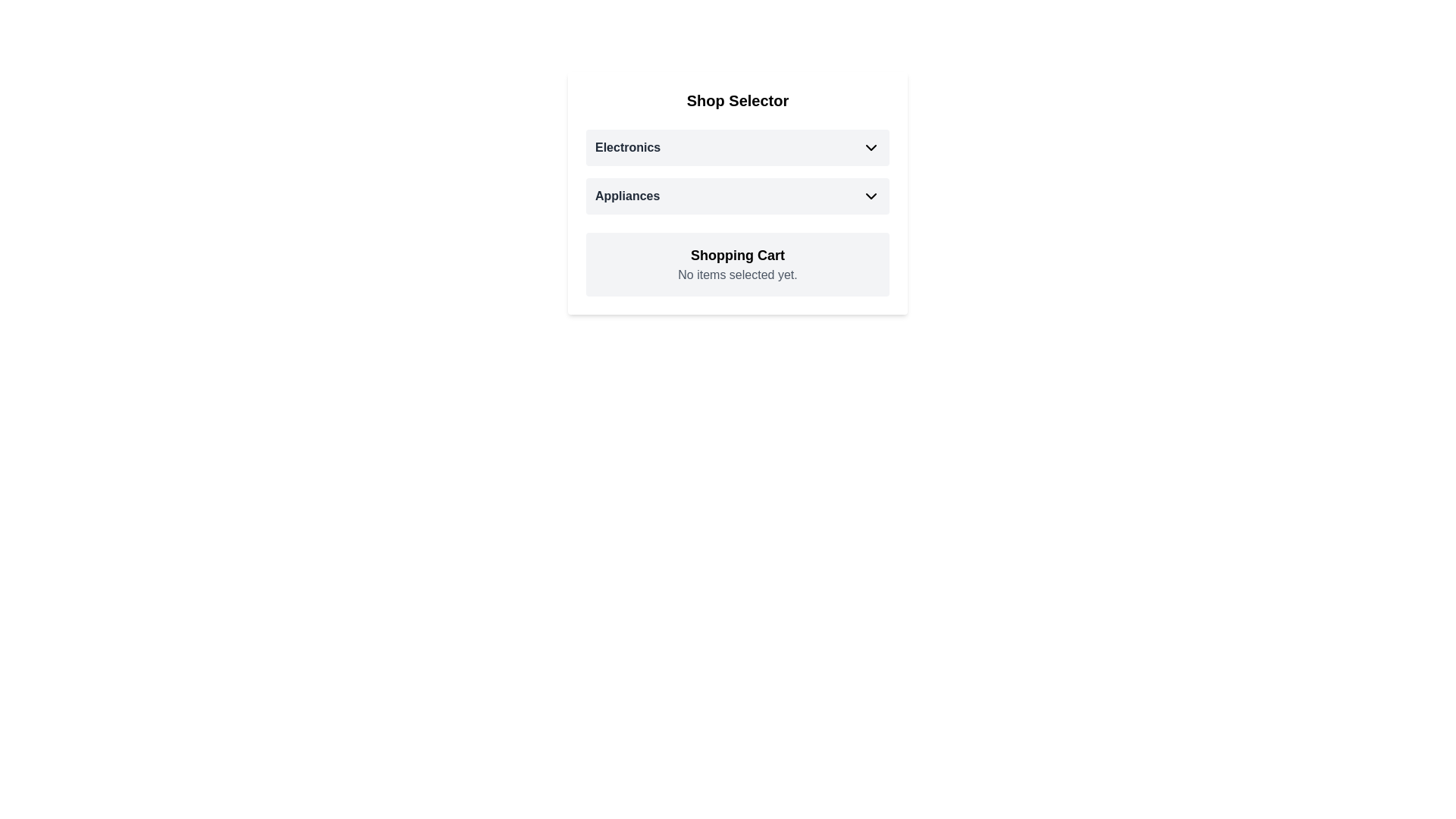 This screenshot has width=1456, height=819. I want to click on the small black downward-pointing chevron icon located to the far right of the 'Appliances' section, aligning horizontally with the bold grey text 'Appliances' to focus on it, so click(871, 195).